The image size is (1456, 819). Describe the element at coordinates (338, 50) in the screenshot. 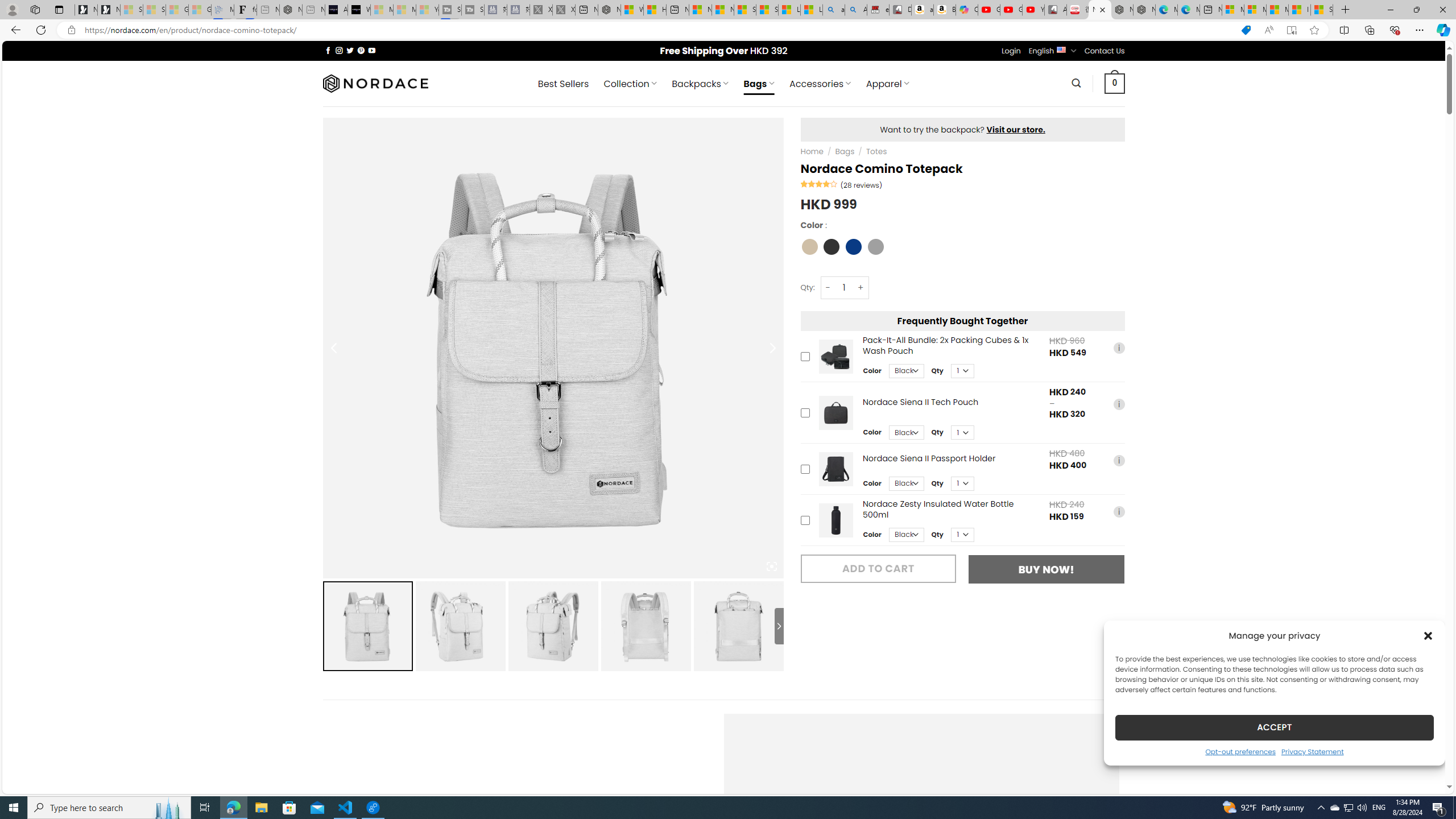

I see `'Follow on Instagram'` at that location.